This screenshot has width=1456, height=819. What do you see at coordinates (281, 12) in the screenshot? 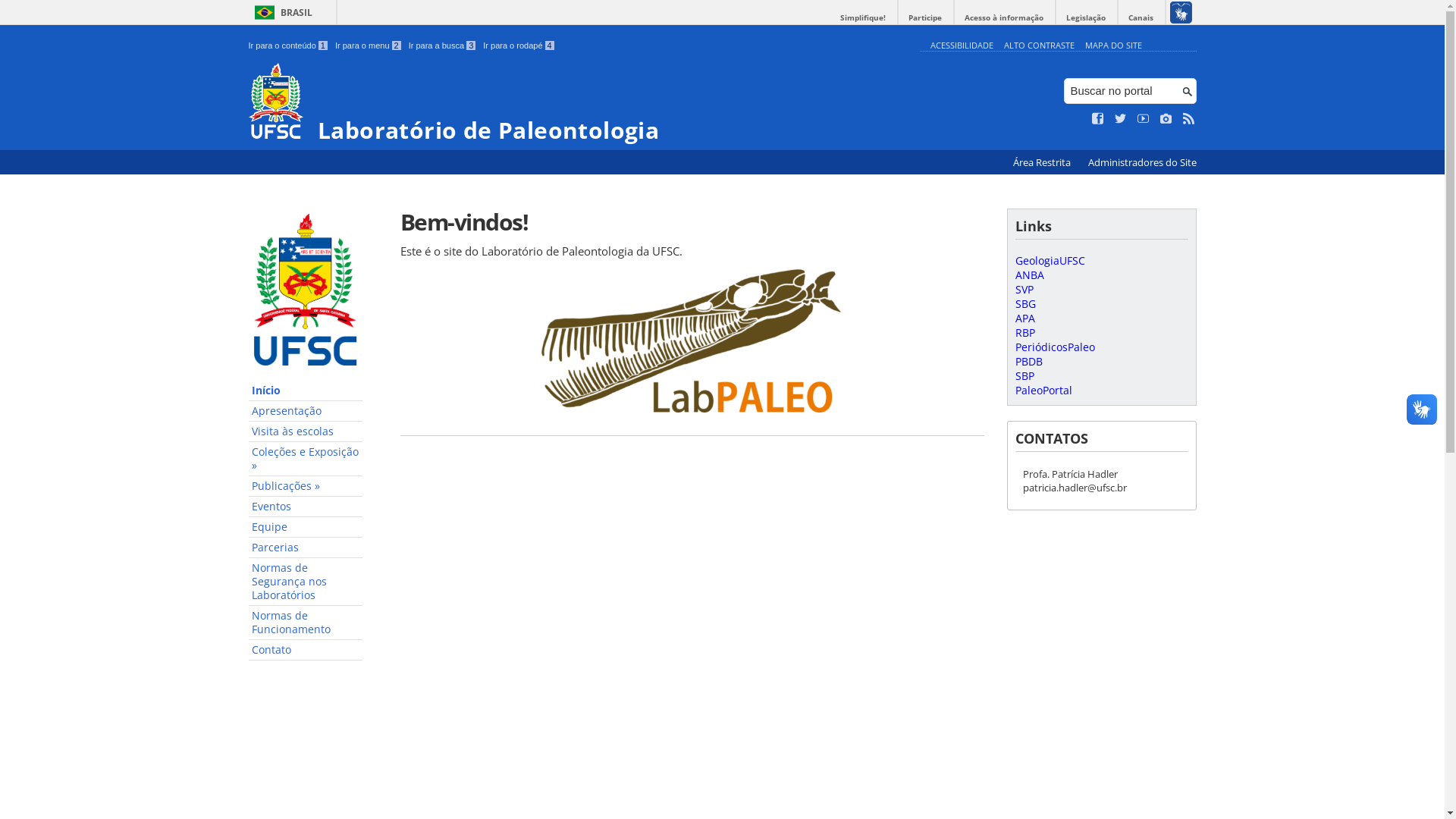
I see `'BRASIL'` at bounding box center [281, 12].